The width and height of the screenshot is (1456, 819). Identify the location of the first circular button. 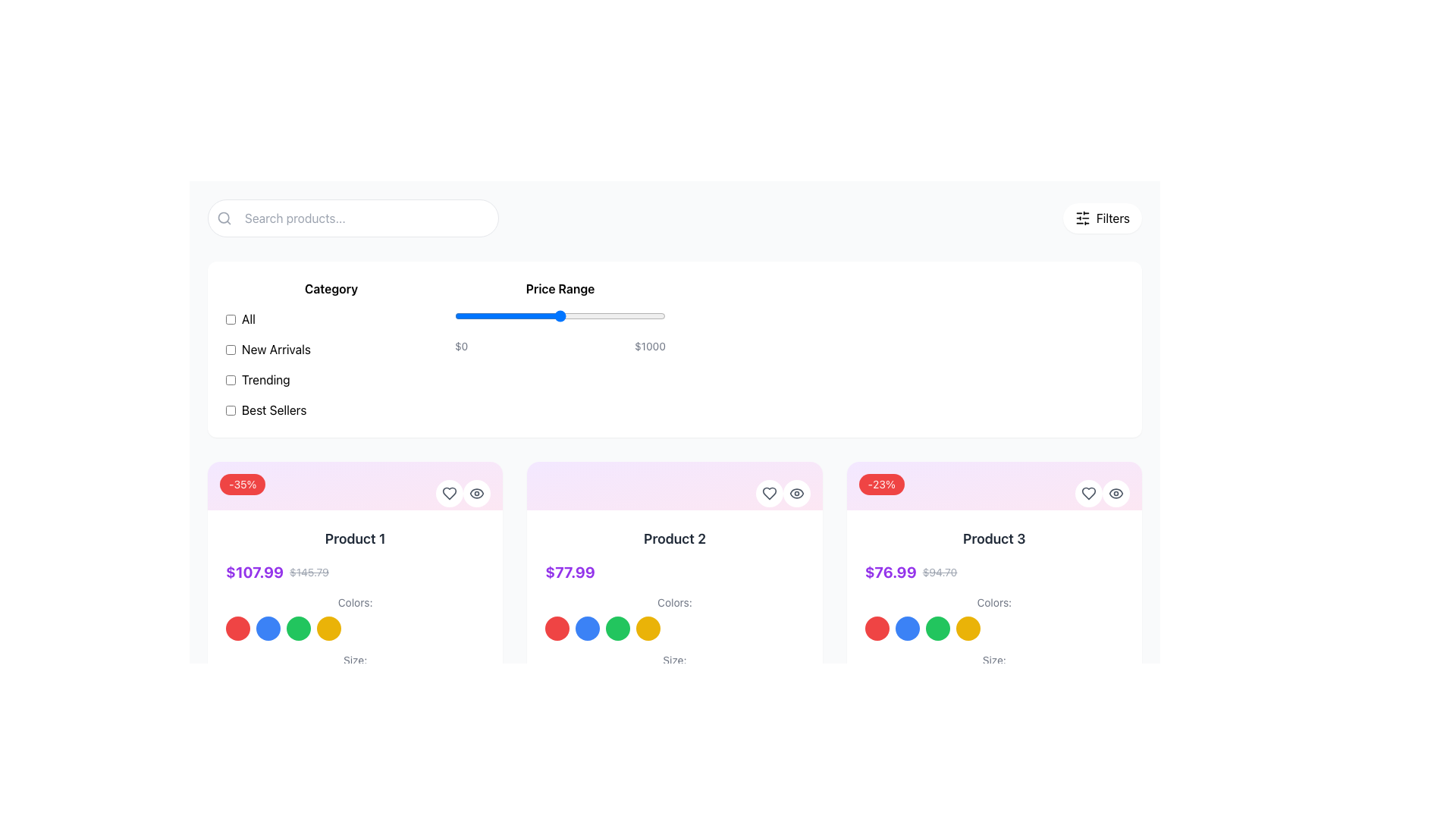
(237, 629).